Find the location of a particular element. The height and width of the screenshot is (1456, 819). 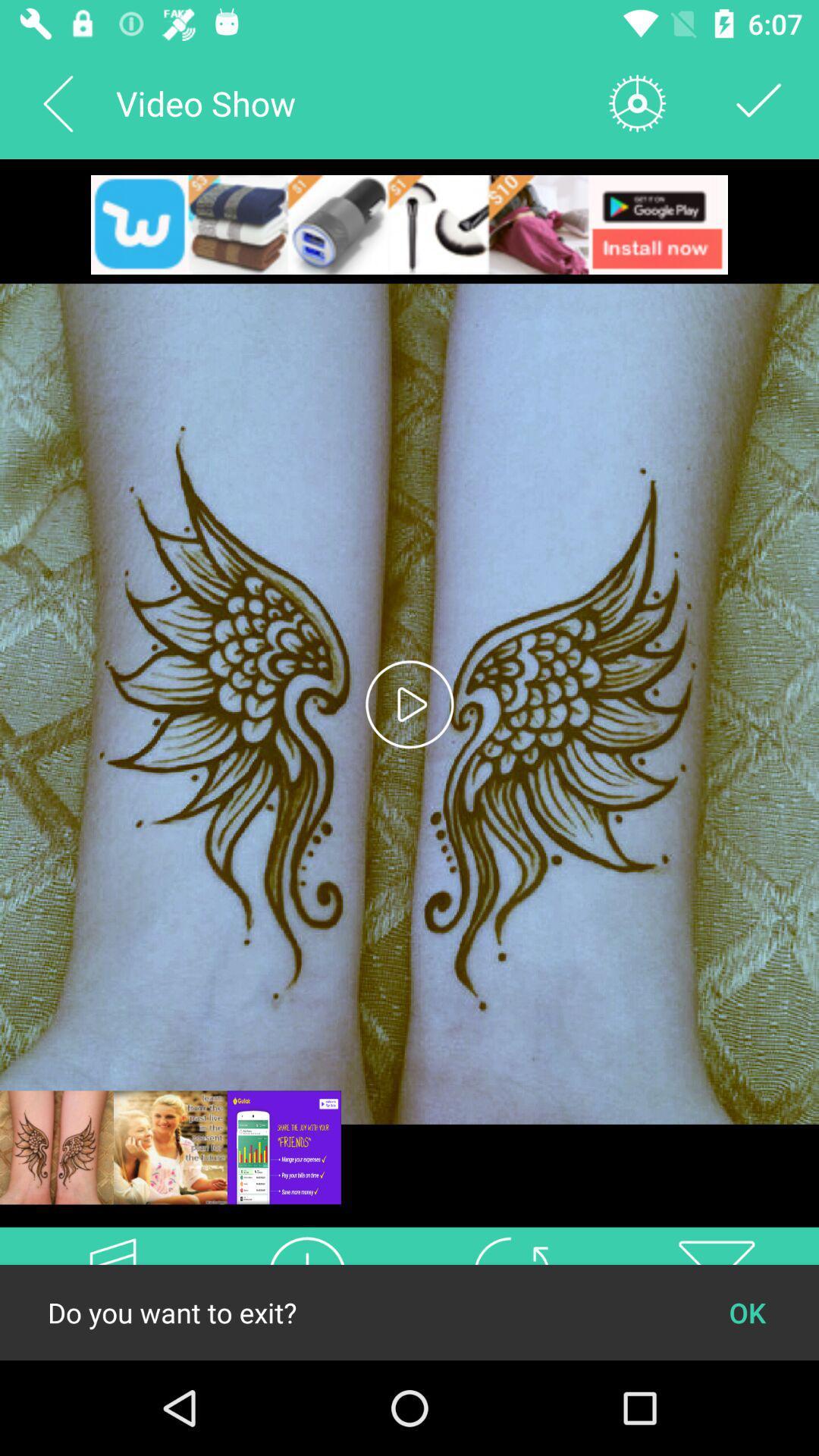

the settings icon is located at coordinates (637, 102).